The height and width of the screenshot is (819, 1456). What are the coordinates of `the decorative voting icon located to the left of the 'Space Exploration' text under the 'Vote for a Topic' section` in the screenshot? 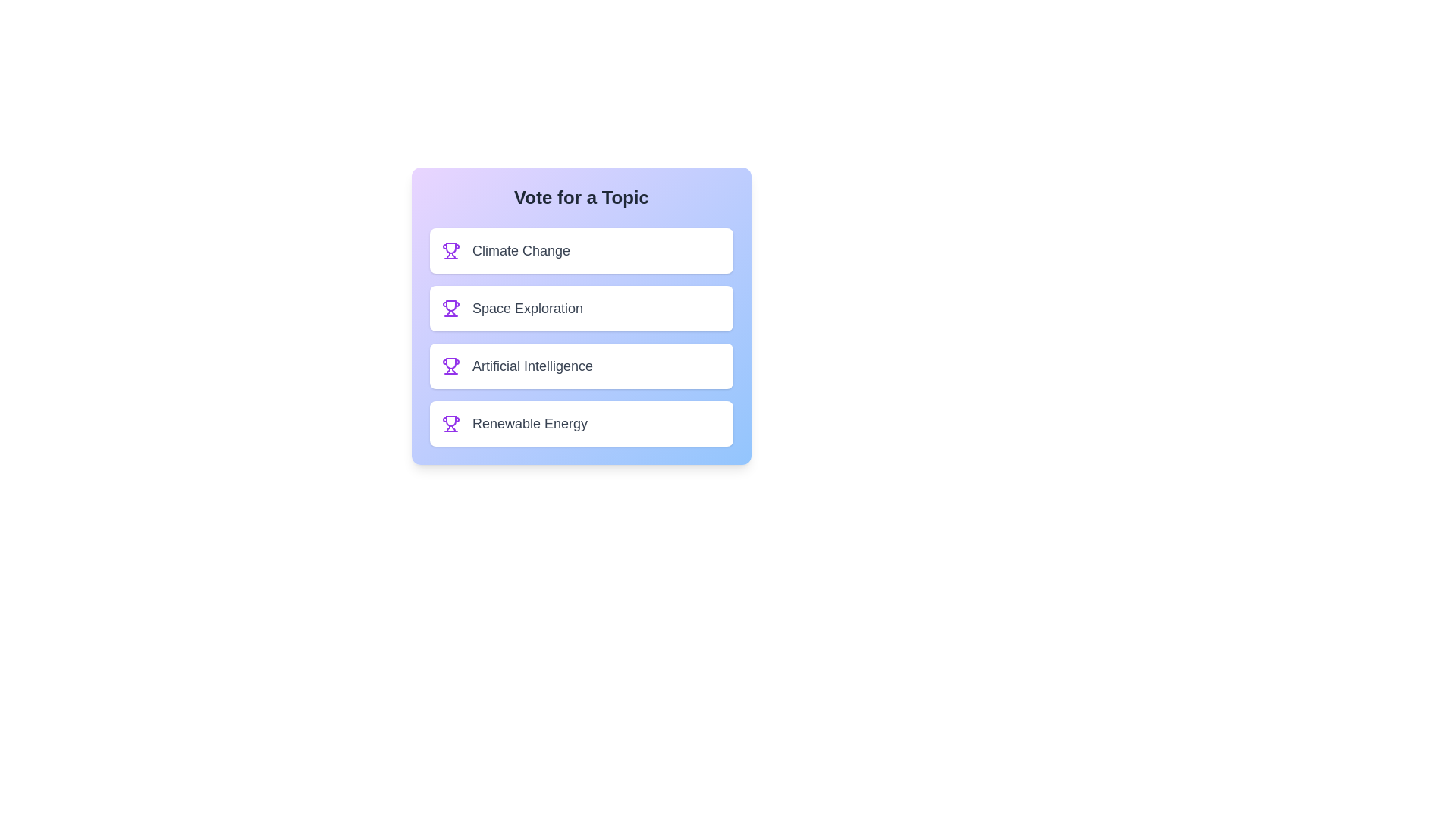 It's located at (450, 305).